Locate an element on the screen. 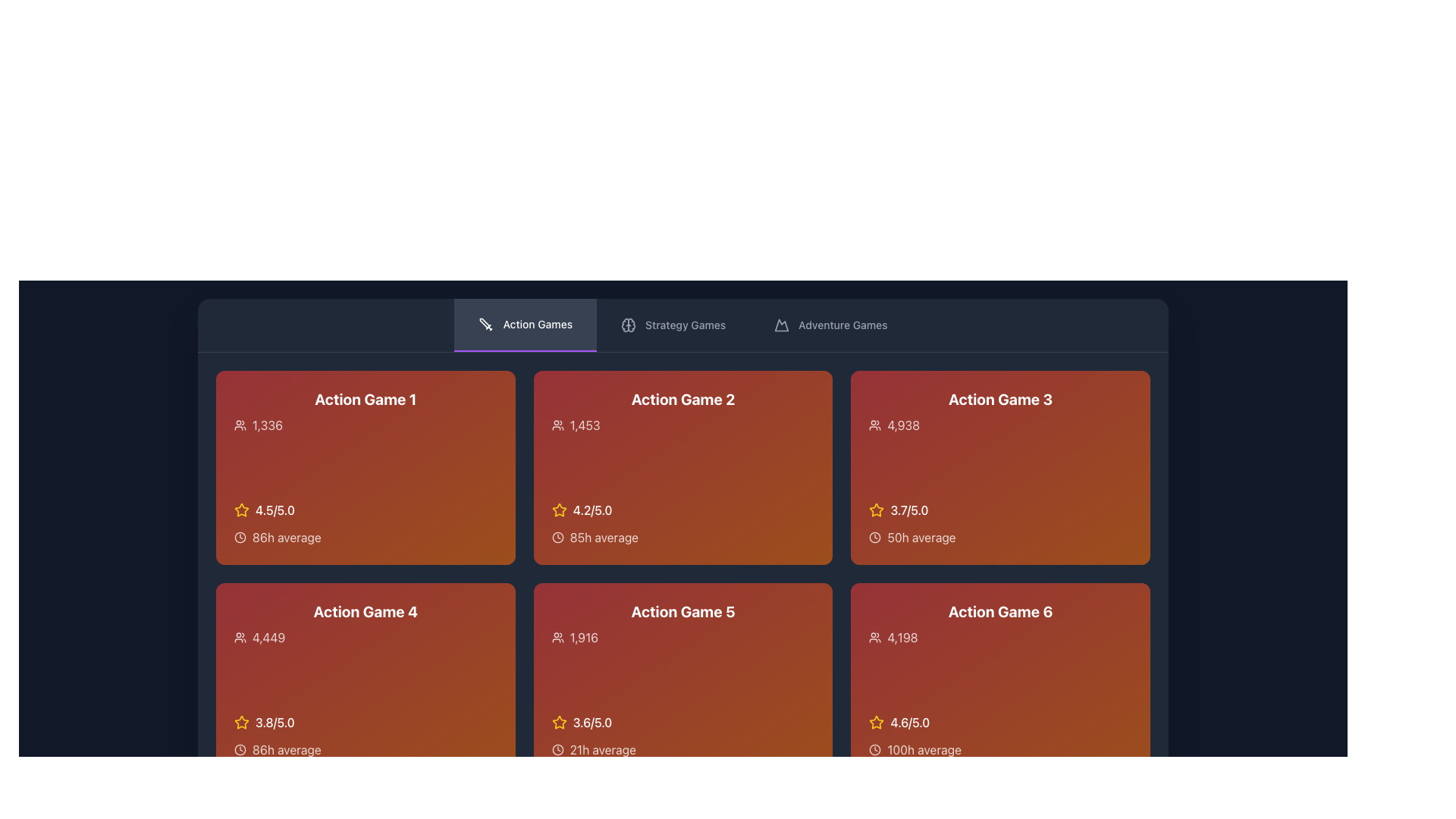  the 'Action Games' tab, which features a sword icon and is styled with a dark background and white text is located at coordinates (526, 324).